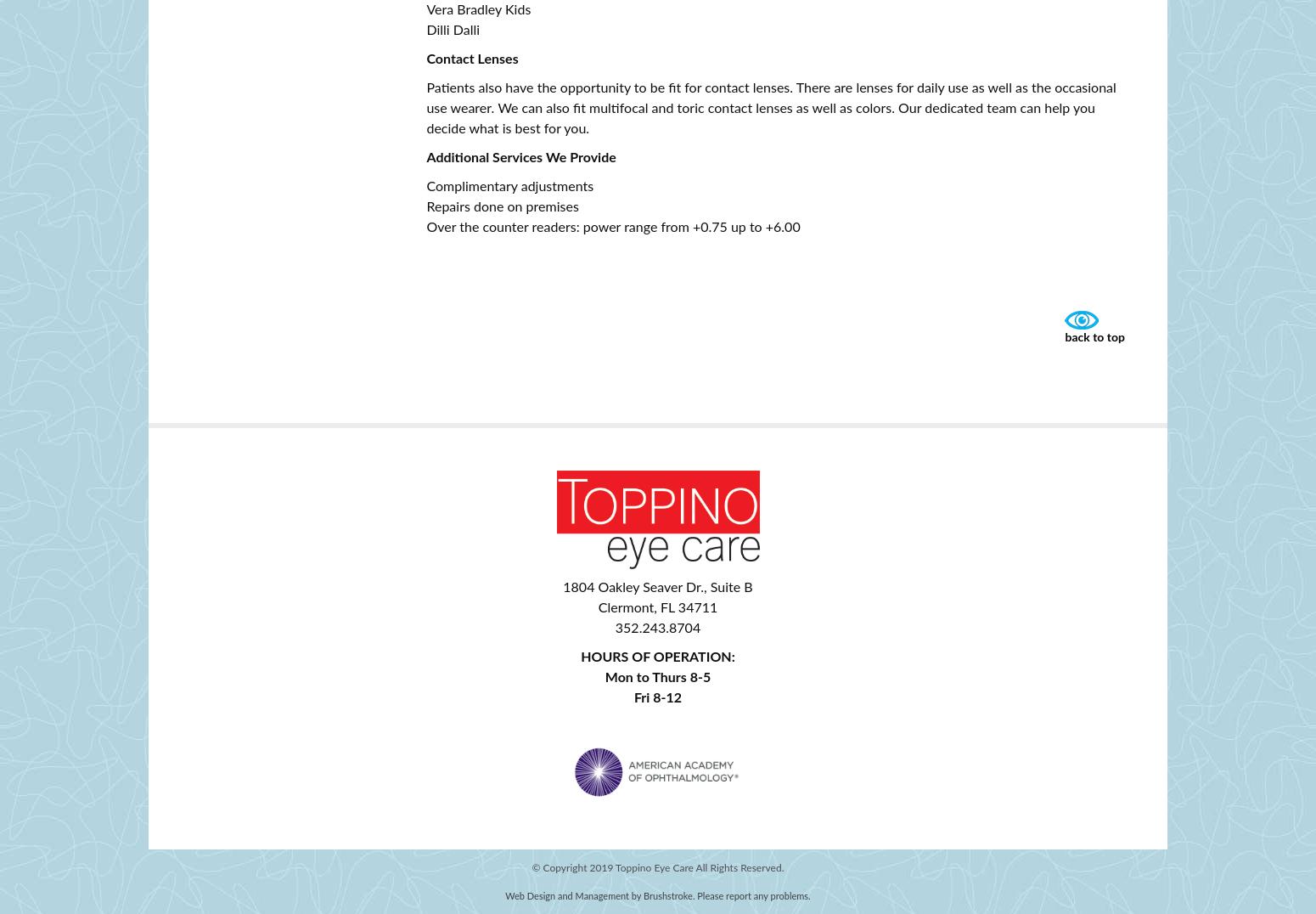  Describe the element at coordinates (770, 108) in the screenshot. I see `'Patients also have the opportunity to be fit for contact lenses. There are lenses for daily use as well as the occasional use wearer. We can also fit multifocal and toric contact lenses as well as colors. Our dedicated team can help you decide what is best for you.'` at that location.